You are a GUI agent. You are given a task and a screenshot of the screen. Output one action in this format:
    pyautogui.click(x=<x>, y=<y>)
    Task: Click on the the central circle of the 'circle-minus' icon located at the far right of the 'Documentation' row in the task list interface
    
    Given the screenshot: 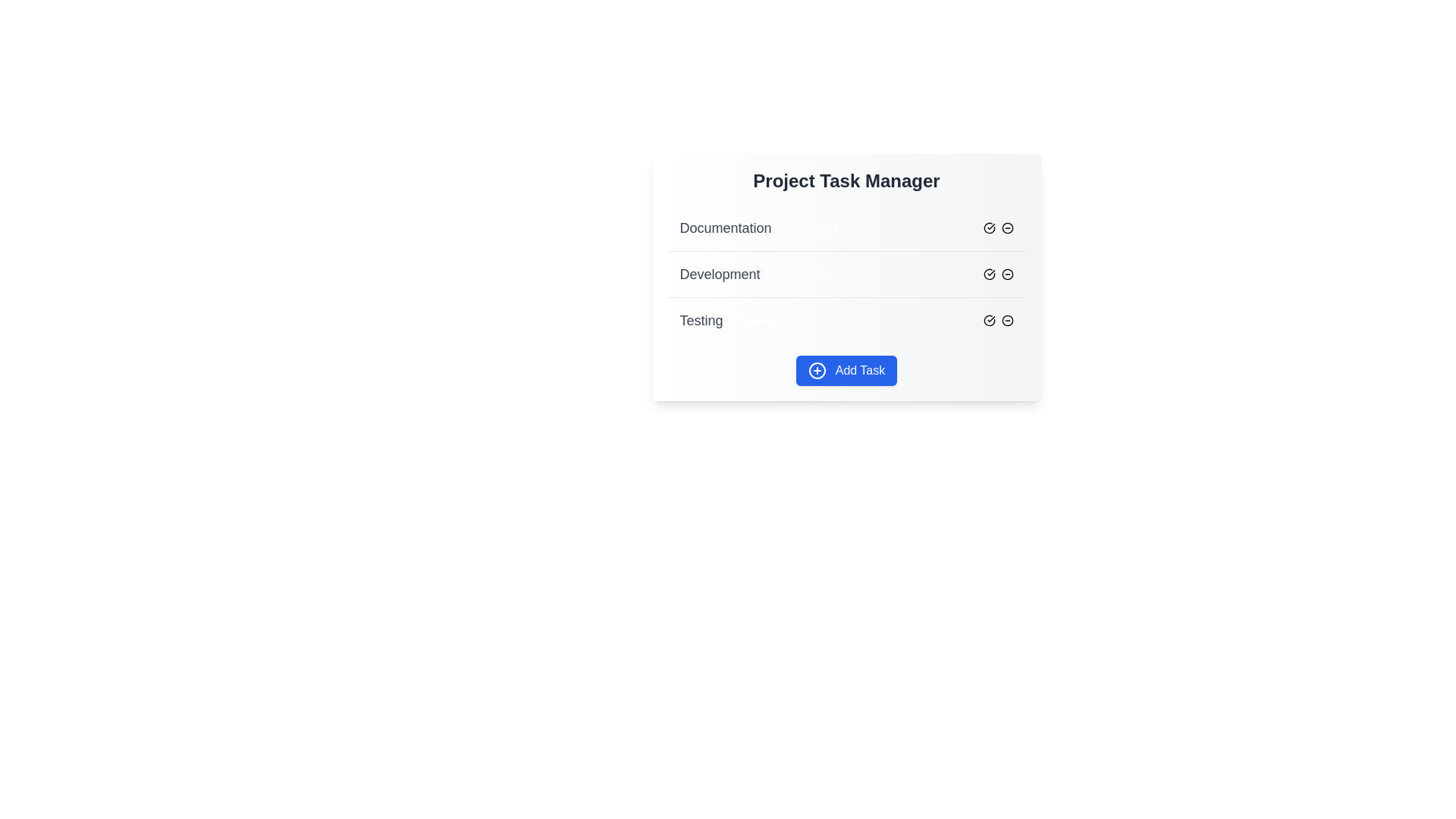 What is the action you would take?
    pyautogui.click(x=1007, y=227)
    